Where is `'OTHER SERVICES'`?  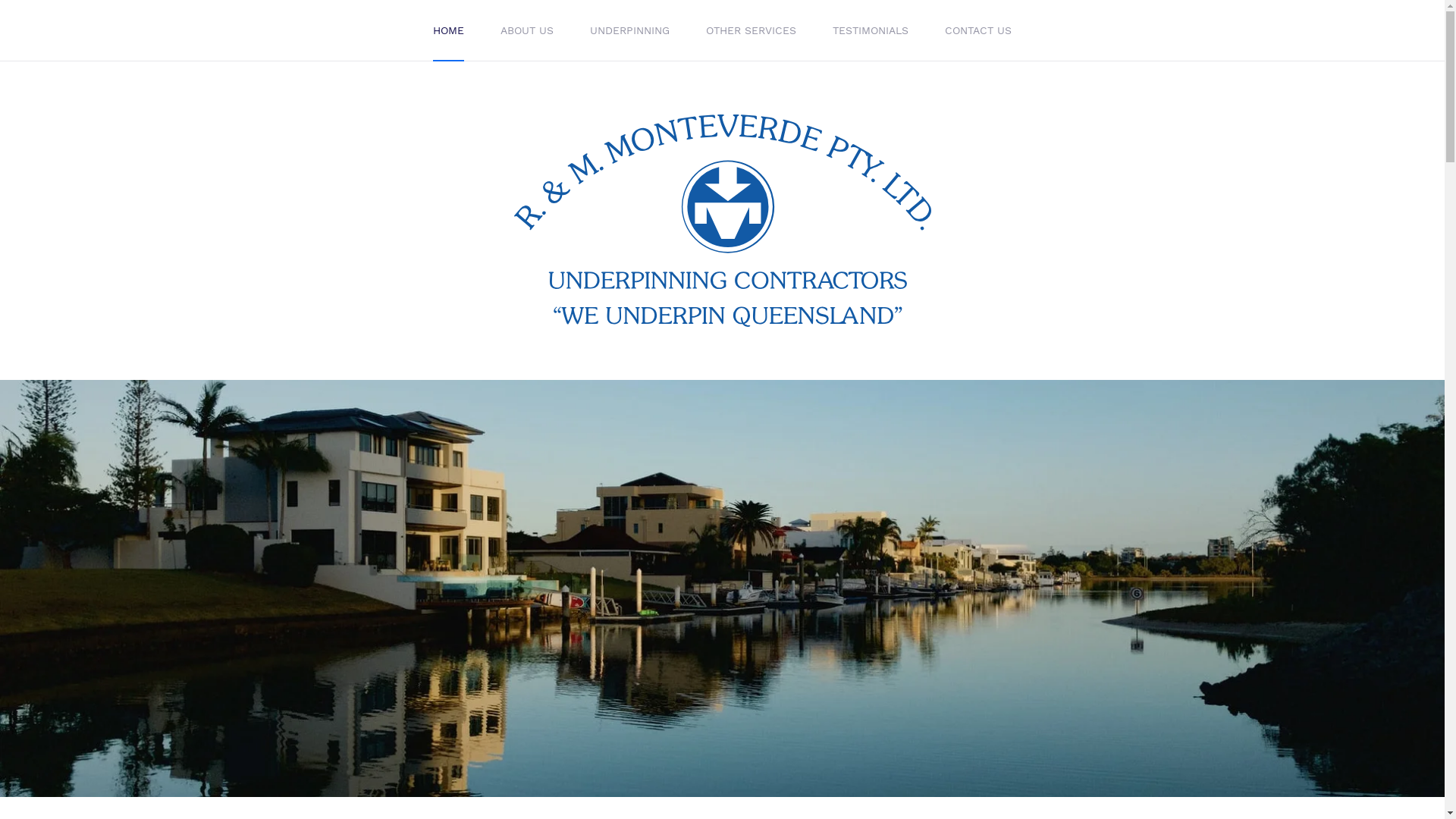
'OTHER SERVICES' is located at coordinates (687, 30).